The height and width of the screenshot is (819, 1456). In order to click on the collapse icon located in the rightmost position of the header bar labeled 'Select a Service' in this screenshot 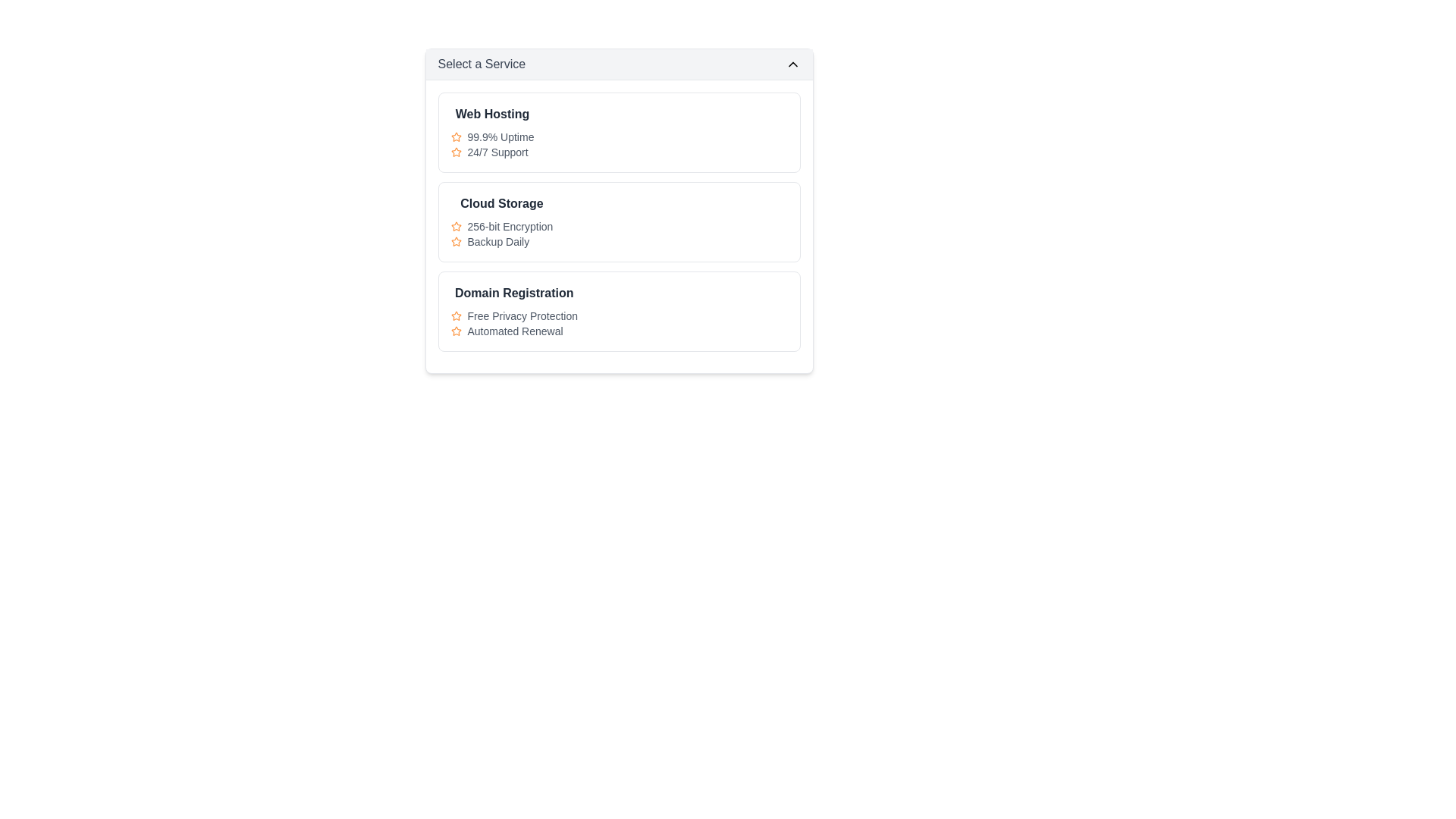, I will do `click(792, 63)`.